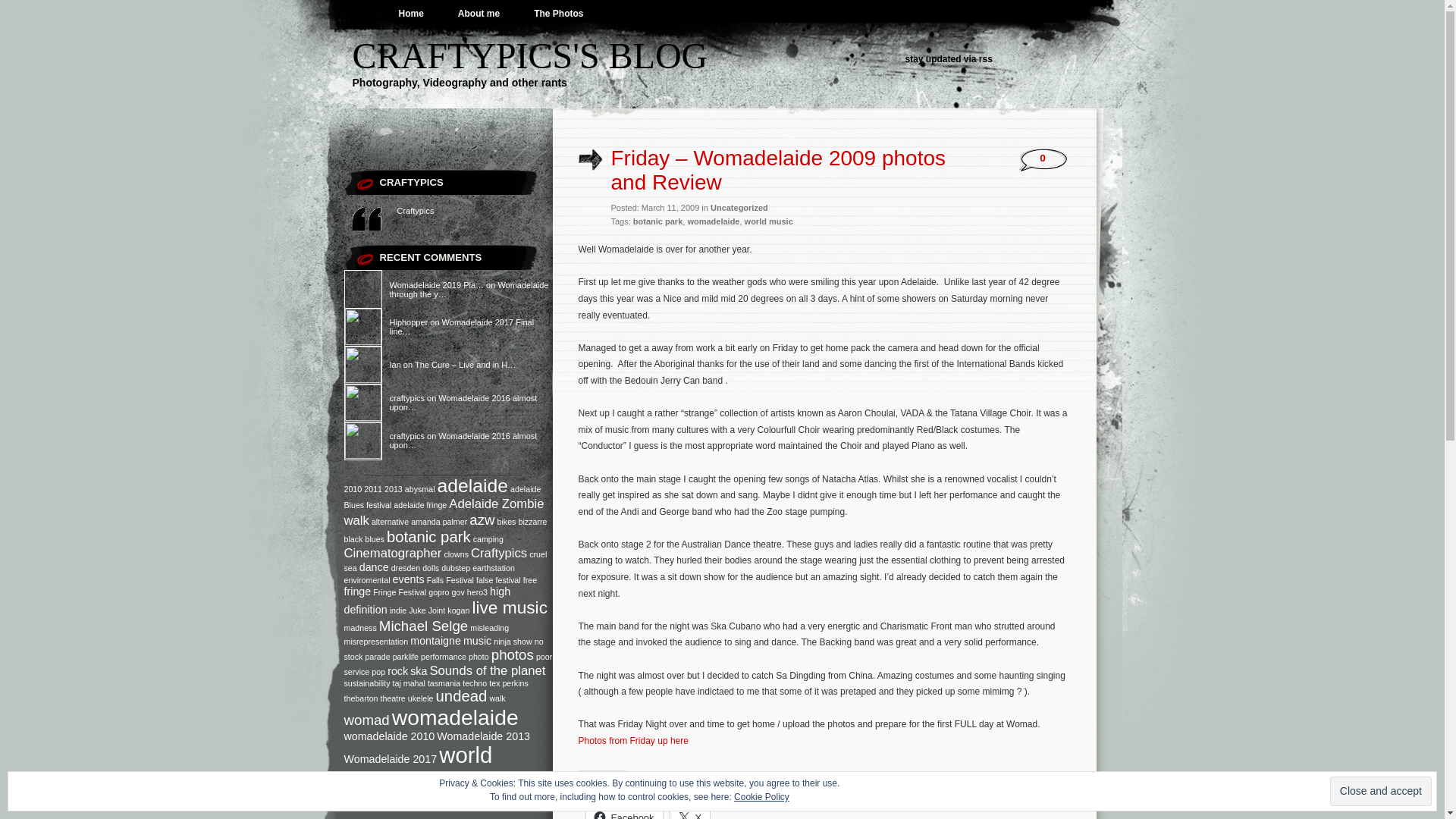  Describe the element at coordinates (632, 739) in the screenshot. I see `'Photos from Friday up here'` at that location.